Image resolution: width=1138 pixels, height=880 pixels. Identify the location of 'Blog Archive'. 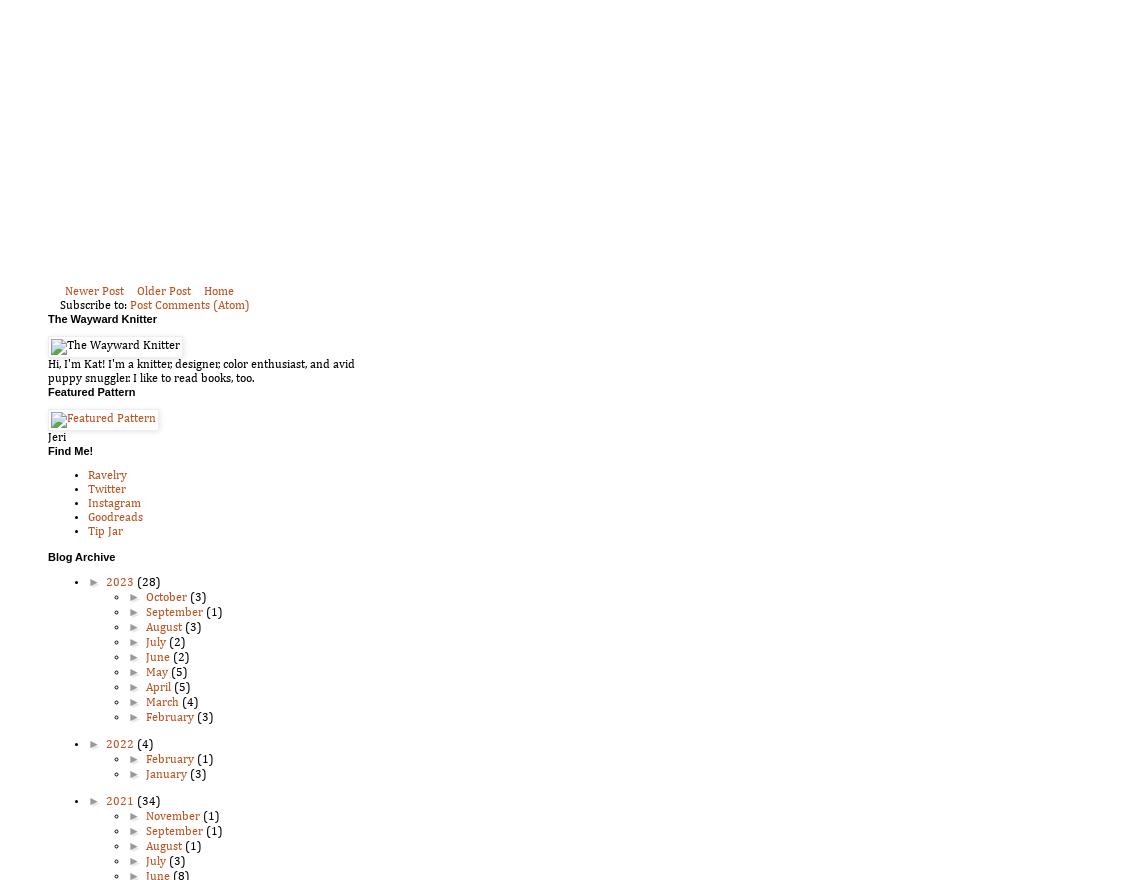
(80, 555).